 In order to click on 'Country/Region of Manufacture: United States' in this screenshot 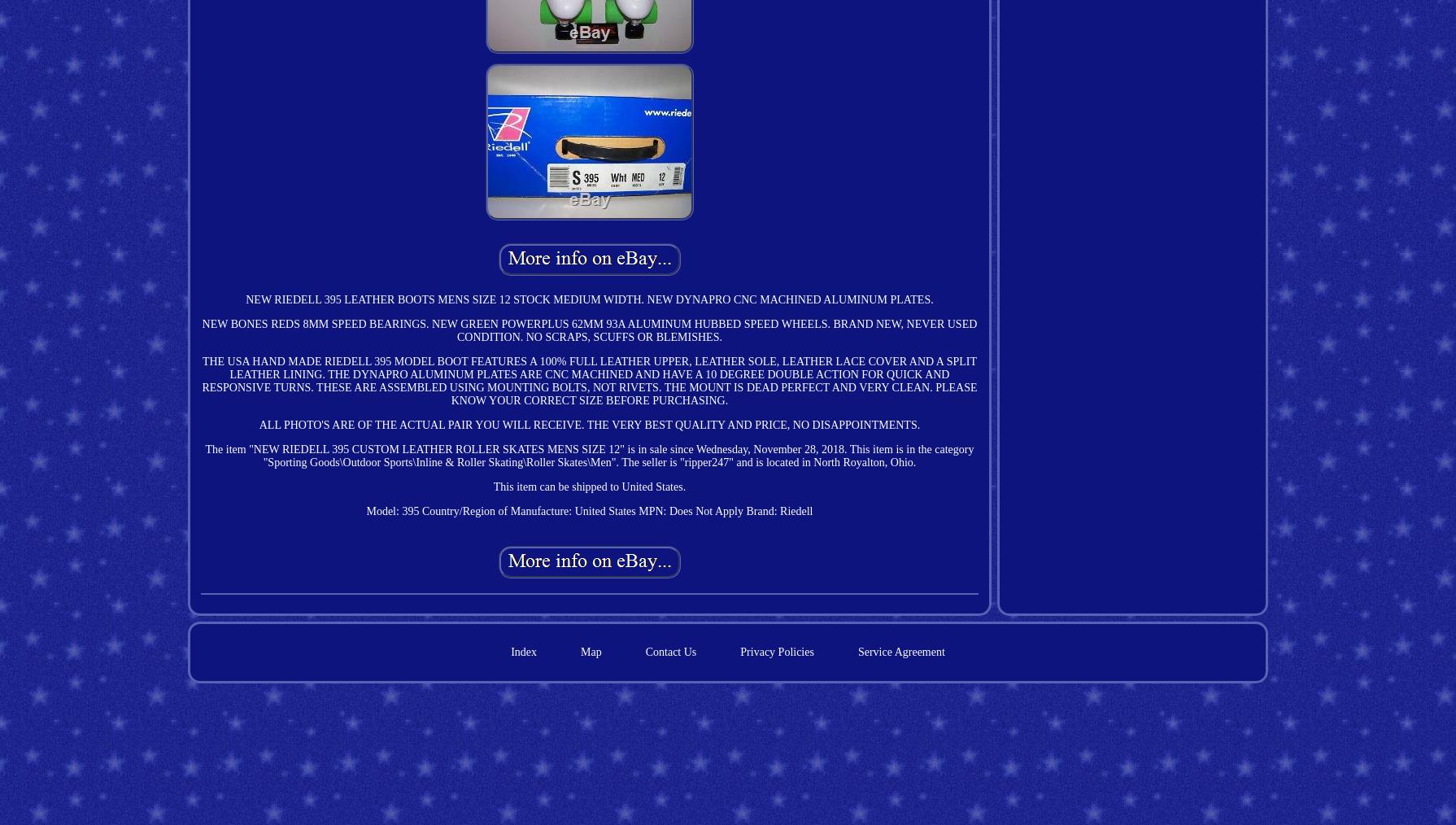, I will do `click(527, 510)`.